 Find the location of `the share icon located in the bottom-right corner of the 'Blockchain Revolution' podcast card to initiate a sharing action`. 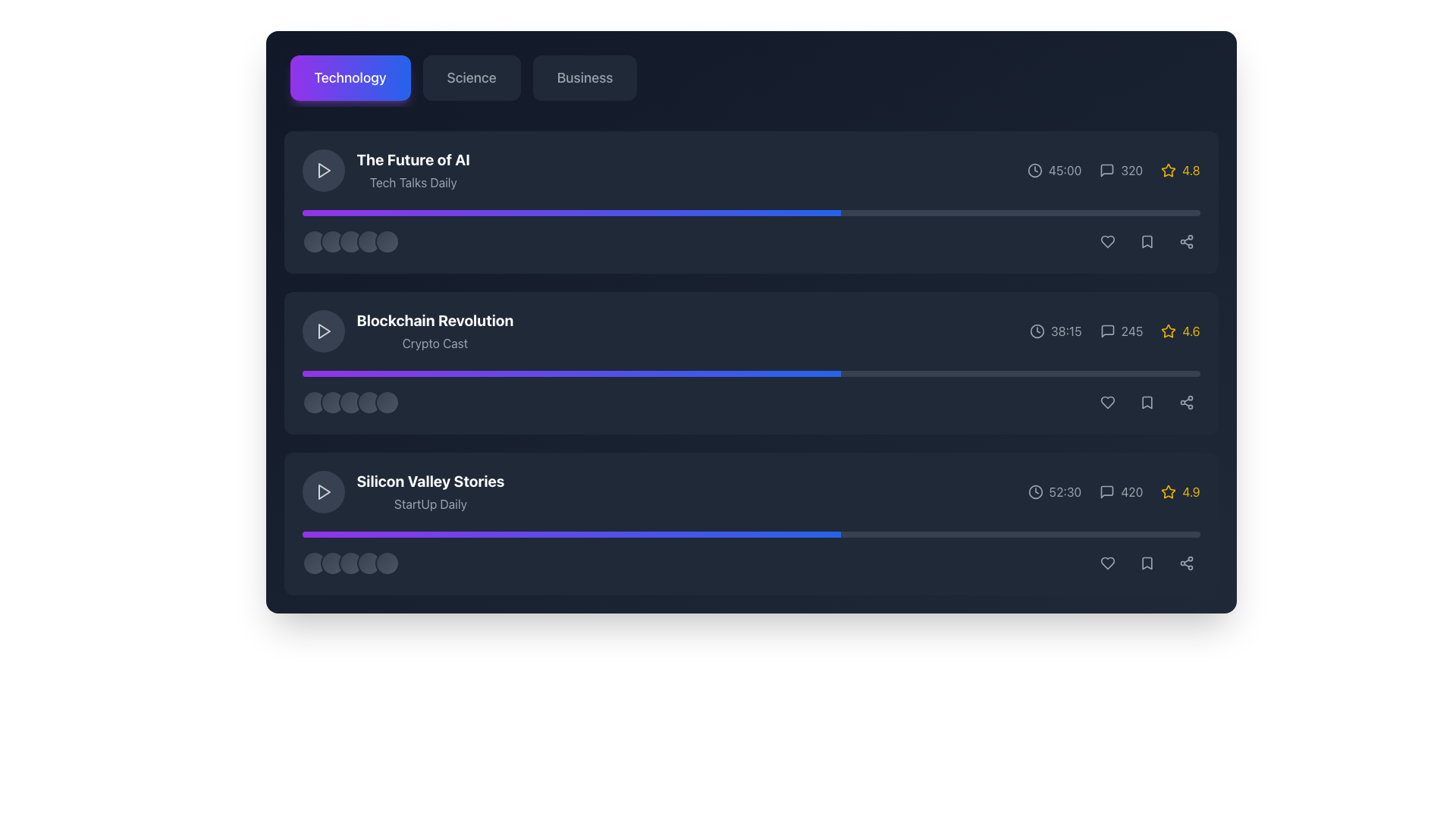

the share icon located in the bottom-right corner of the 'Blockchain Revolution' podcast card to initiate a sharing action is located at coordinates (1185, 241).